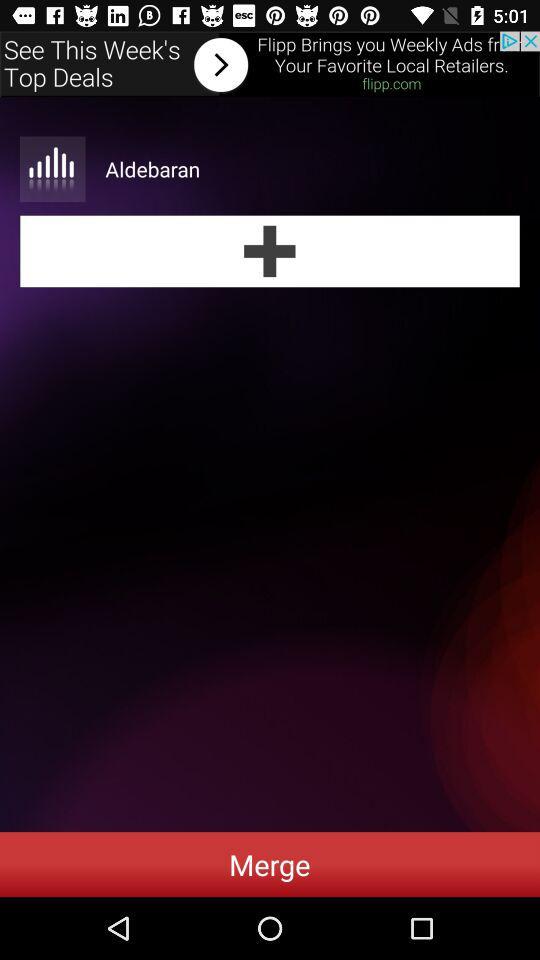 Image resolution: width=540 pixels, height=960 pixels. Describe the element at coordinates (270, 64) in the screenshot. I see `flipp advertisement` at that location.